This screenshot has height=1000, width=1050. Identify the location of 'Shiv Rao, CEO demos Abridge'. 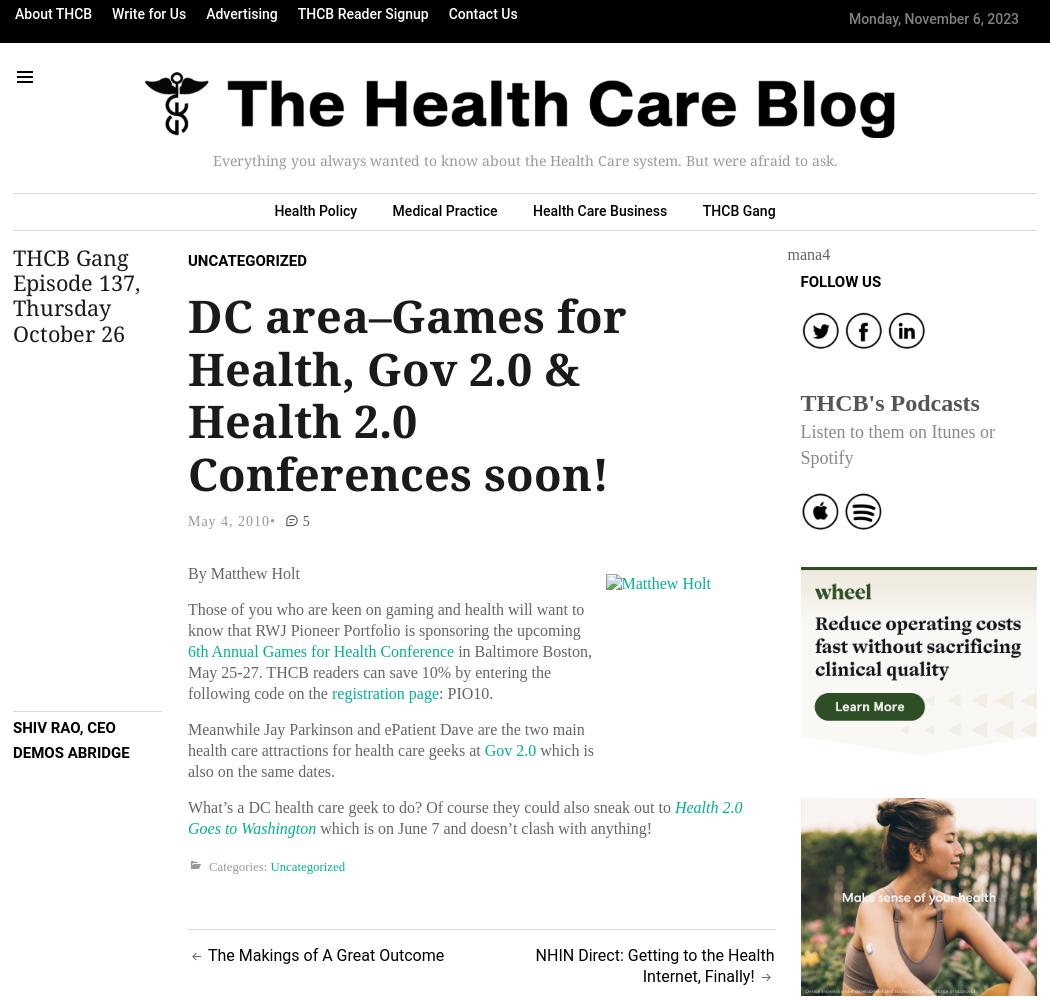
(69, 738).